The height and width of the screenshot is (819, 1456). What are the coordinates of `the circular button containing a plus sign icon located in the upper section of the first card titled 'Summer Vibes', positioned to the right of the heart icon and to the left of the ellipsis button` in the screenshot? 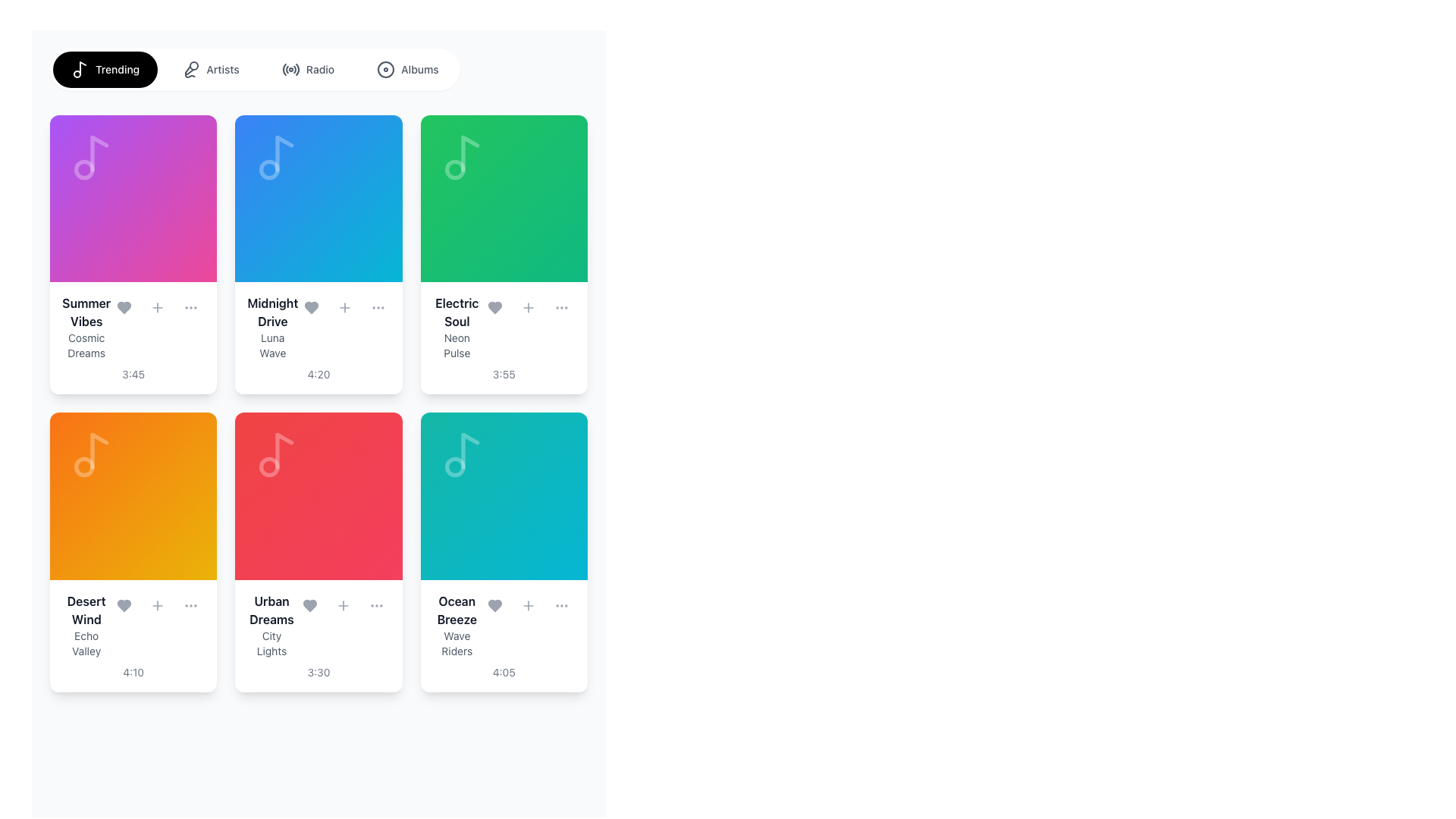 It's located at (158, 307).